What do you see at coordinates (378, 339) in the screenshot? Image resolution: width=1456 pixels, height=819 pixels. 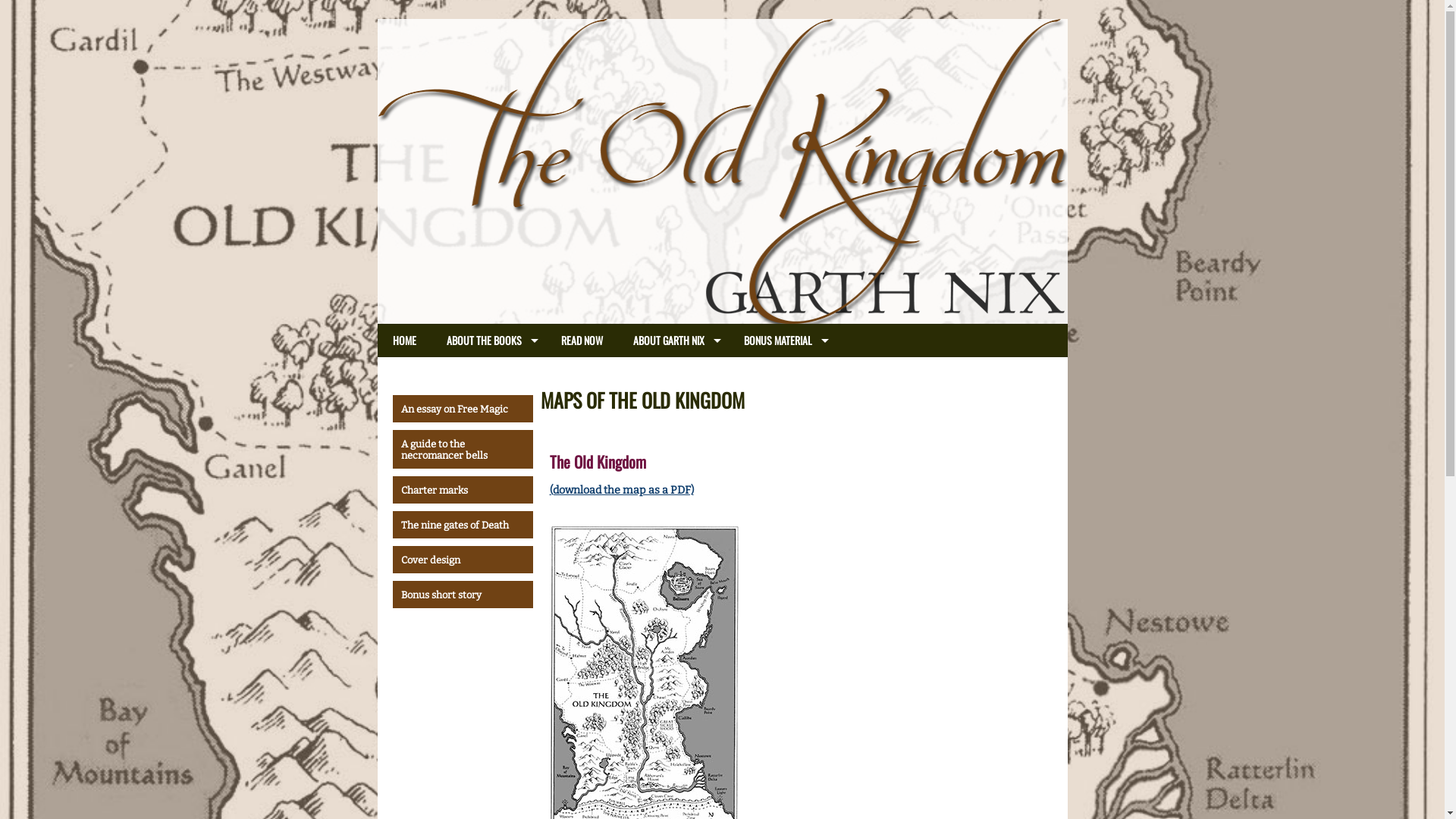 I see `'HOME'` at bounding box center [378, 339].